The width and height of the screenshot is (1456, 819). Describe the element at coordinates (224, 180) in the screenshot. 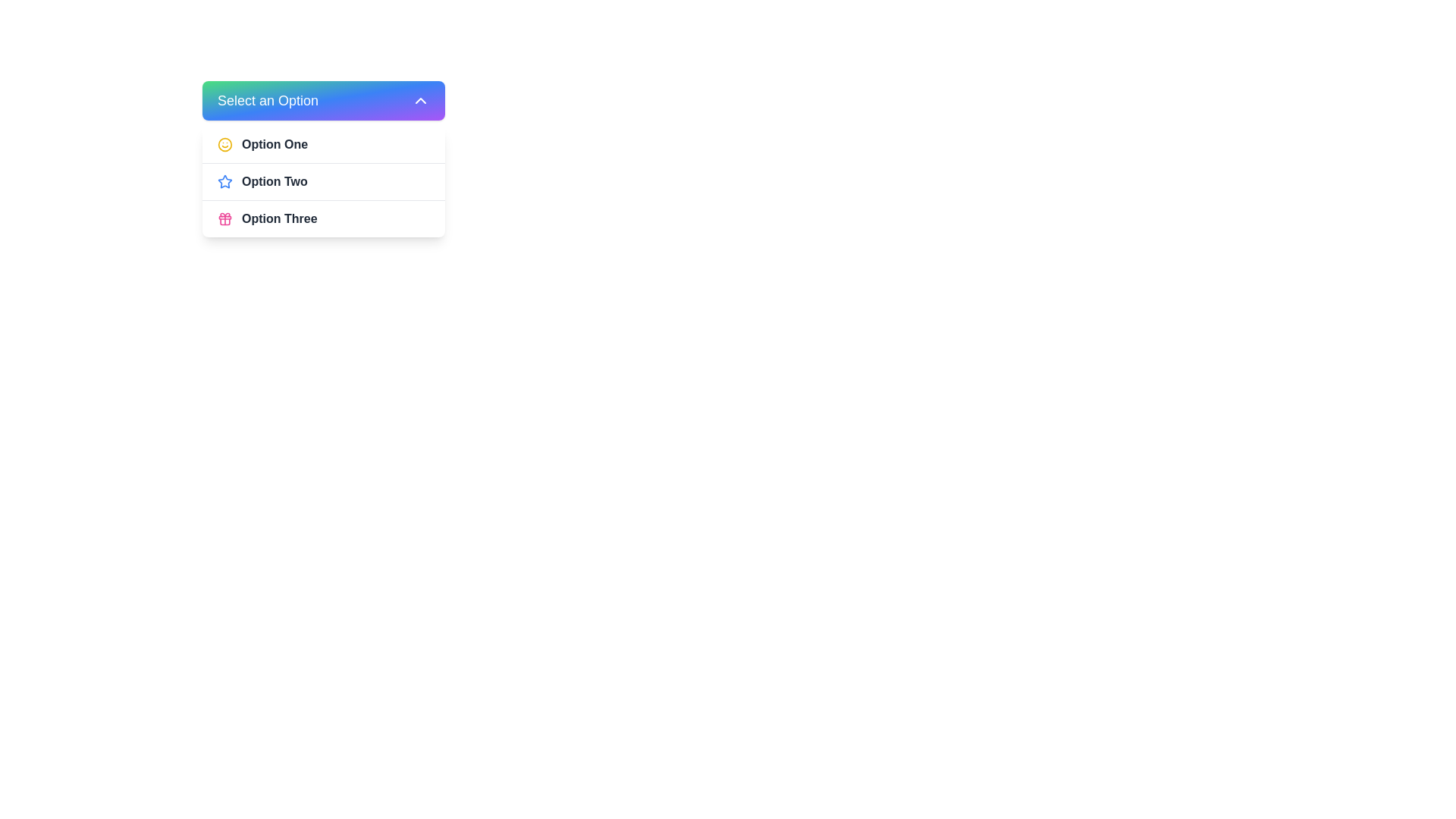

I see `the blue outlined star icon located to the left of the 'Option Two' label` at that location.